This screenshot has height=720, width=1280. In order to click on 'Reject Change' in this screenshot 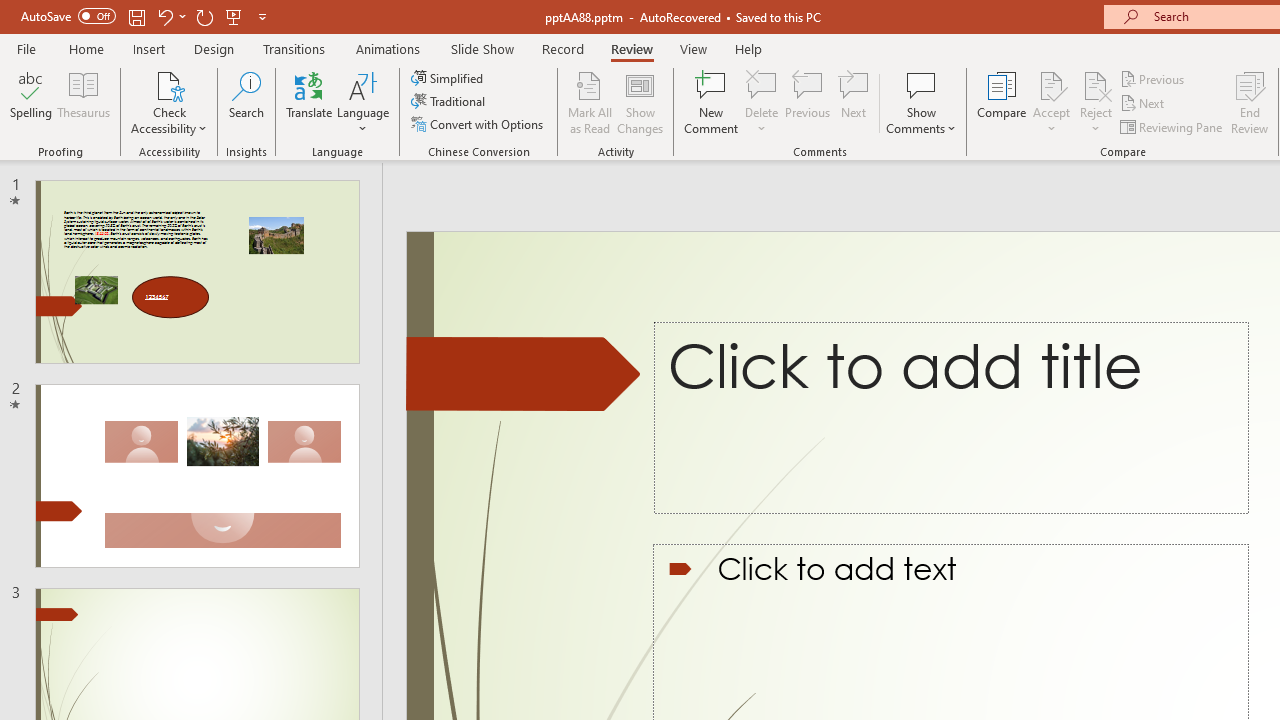, I will do `click(1095, 84)`.